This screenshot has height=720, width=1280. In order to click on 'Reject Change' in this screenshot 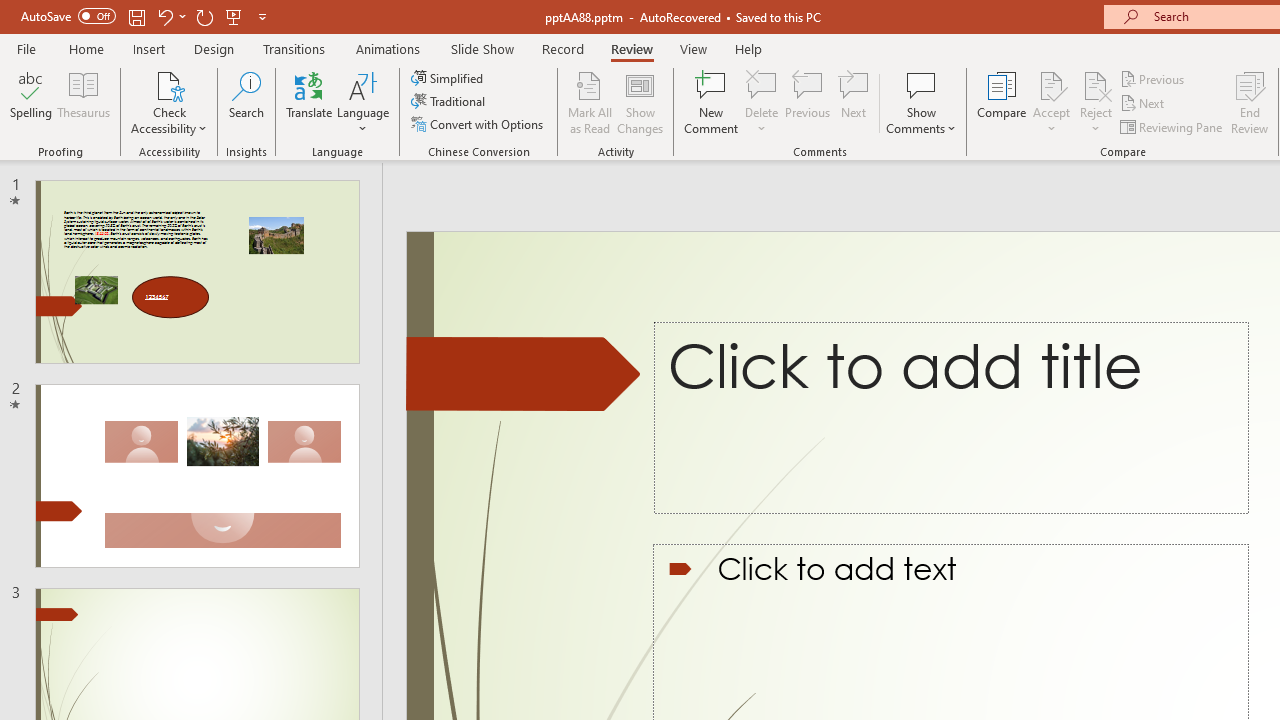, I will do `click(1095, 84)`.